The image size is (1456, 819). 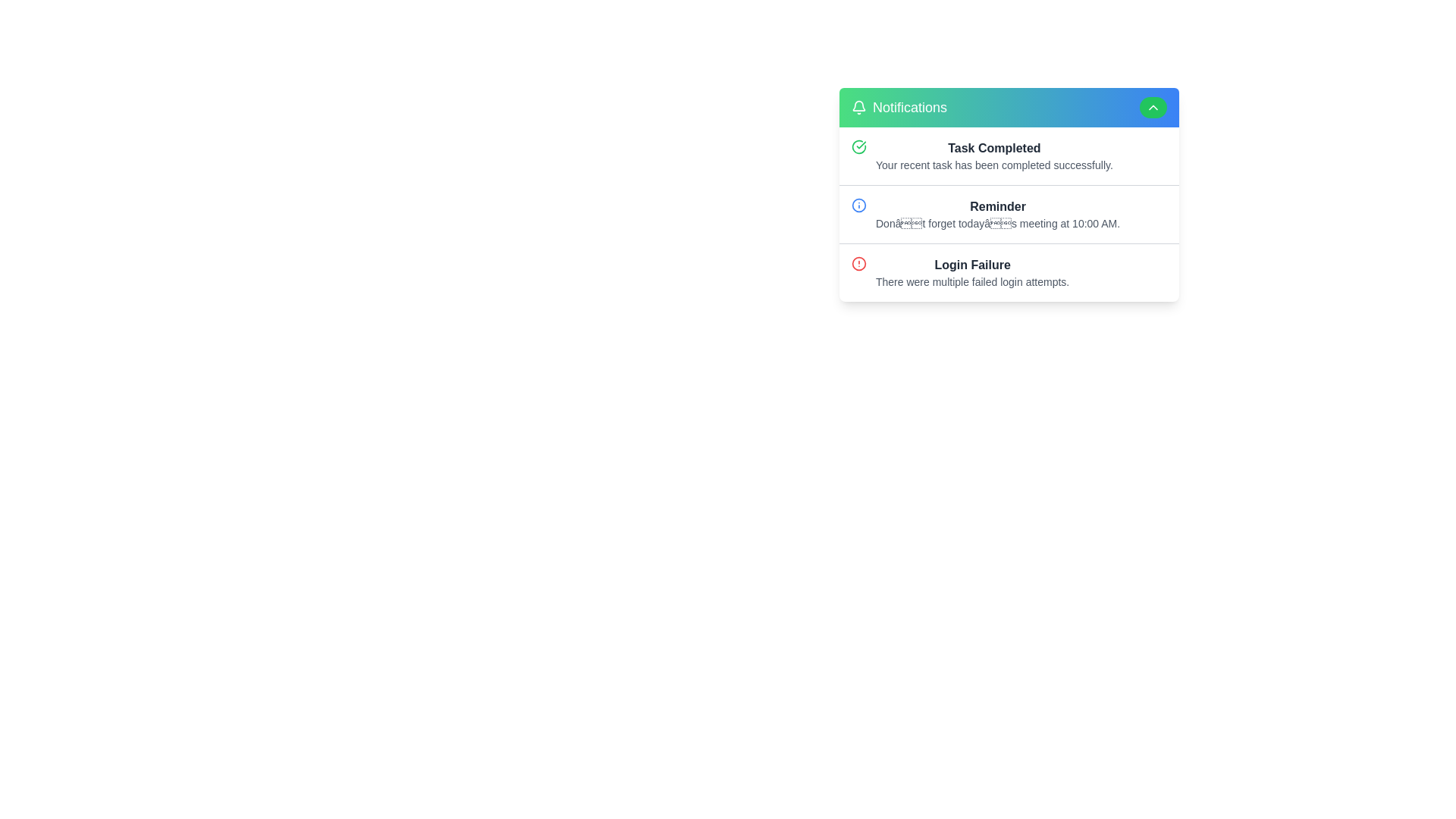 I want to click on any associated links in the first notification card that indicates 'Task Completed' with a green checkmark icon, so click(x=1009, y=155).